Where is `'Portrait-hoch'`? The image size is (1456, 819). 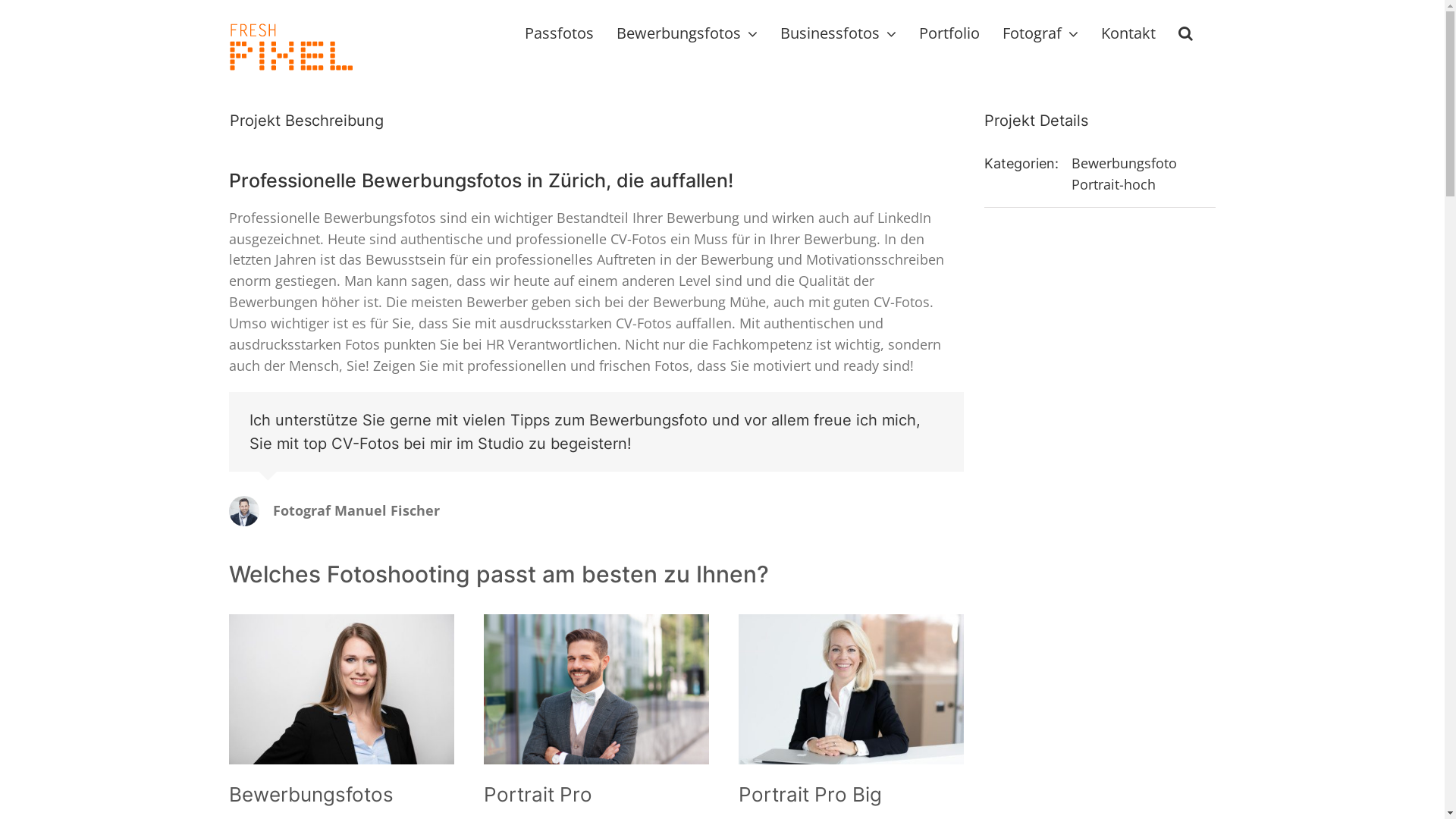
'Portrait-hoch' is located at coordinates (1113, 184).